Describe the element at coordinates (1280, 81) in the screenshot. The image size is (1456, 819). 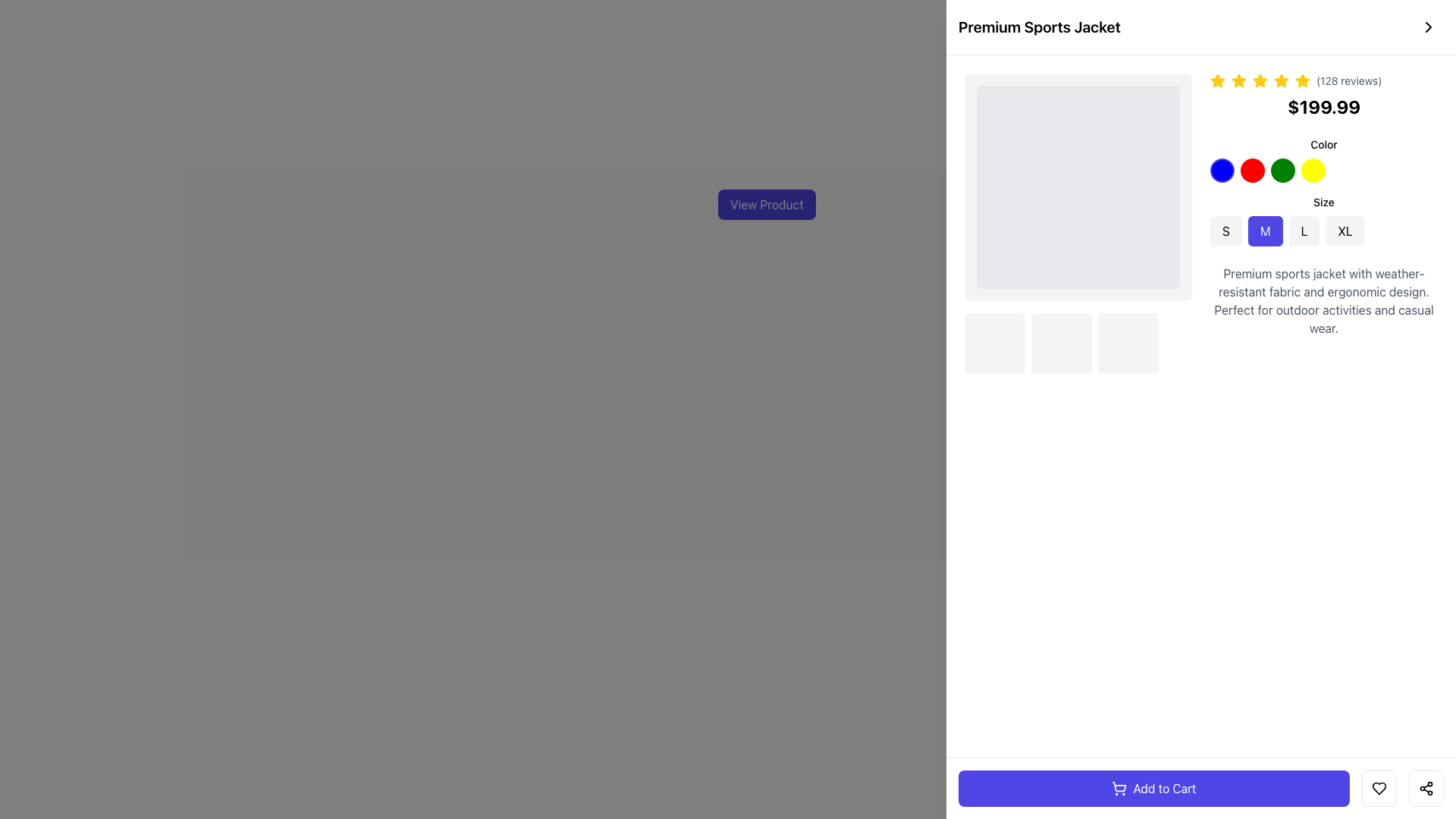
I see `the fifth star icon in the rating system, which is located to the right of the fourth star and to the left of the sixth star` at that location.